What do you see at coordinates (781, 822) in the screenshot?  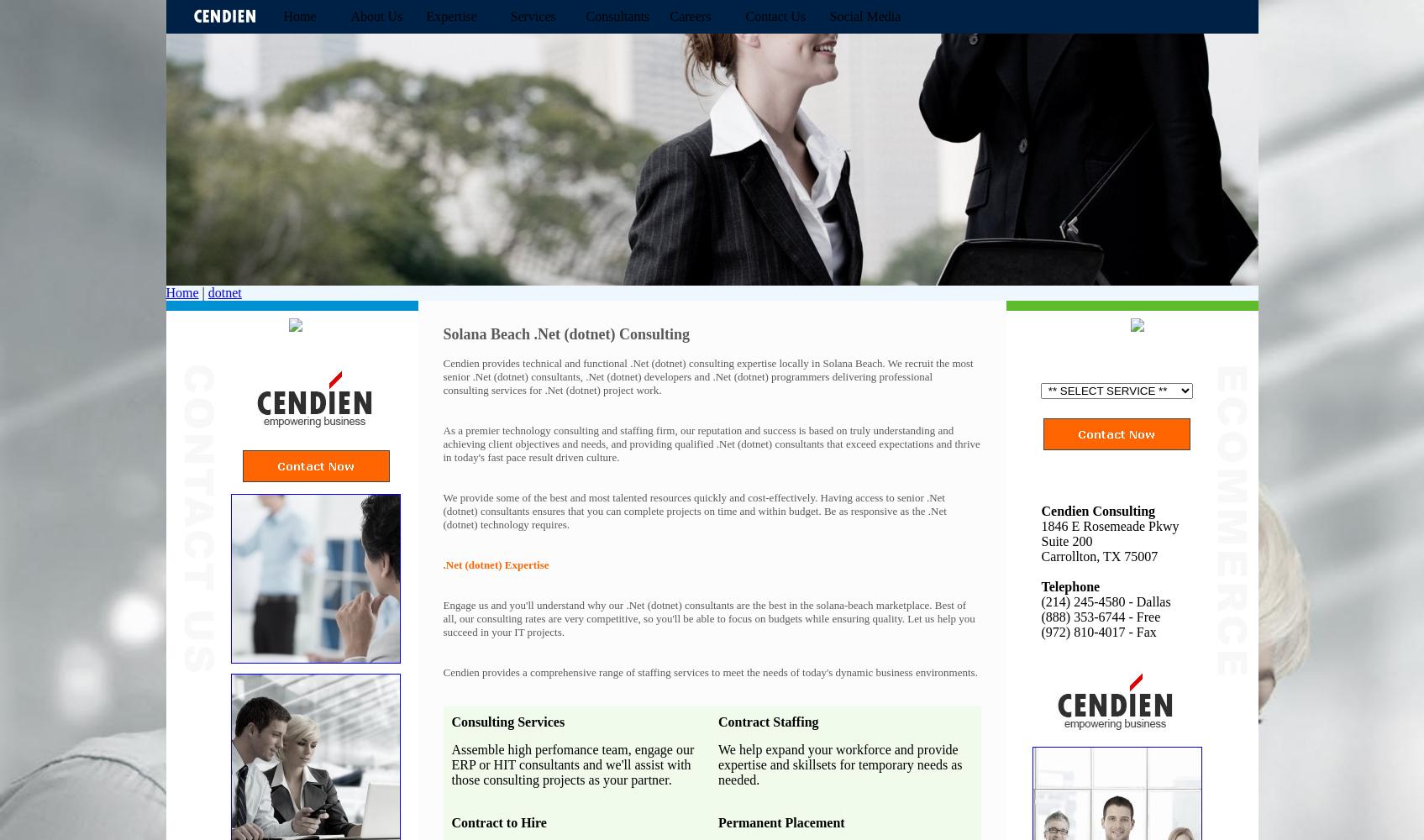 I see `'Permanent Placement'` at bounding box center [781, 822].